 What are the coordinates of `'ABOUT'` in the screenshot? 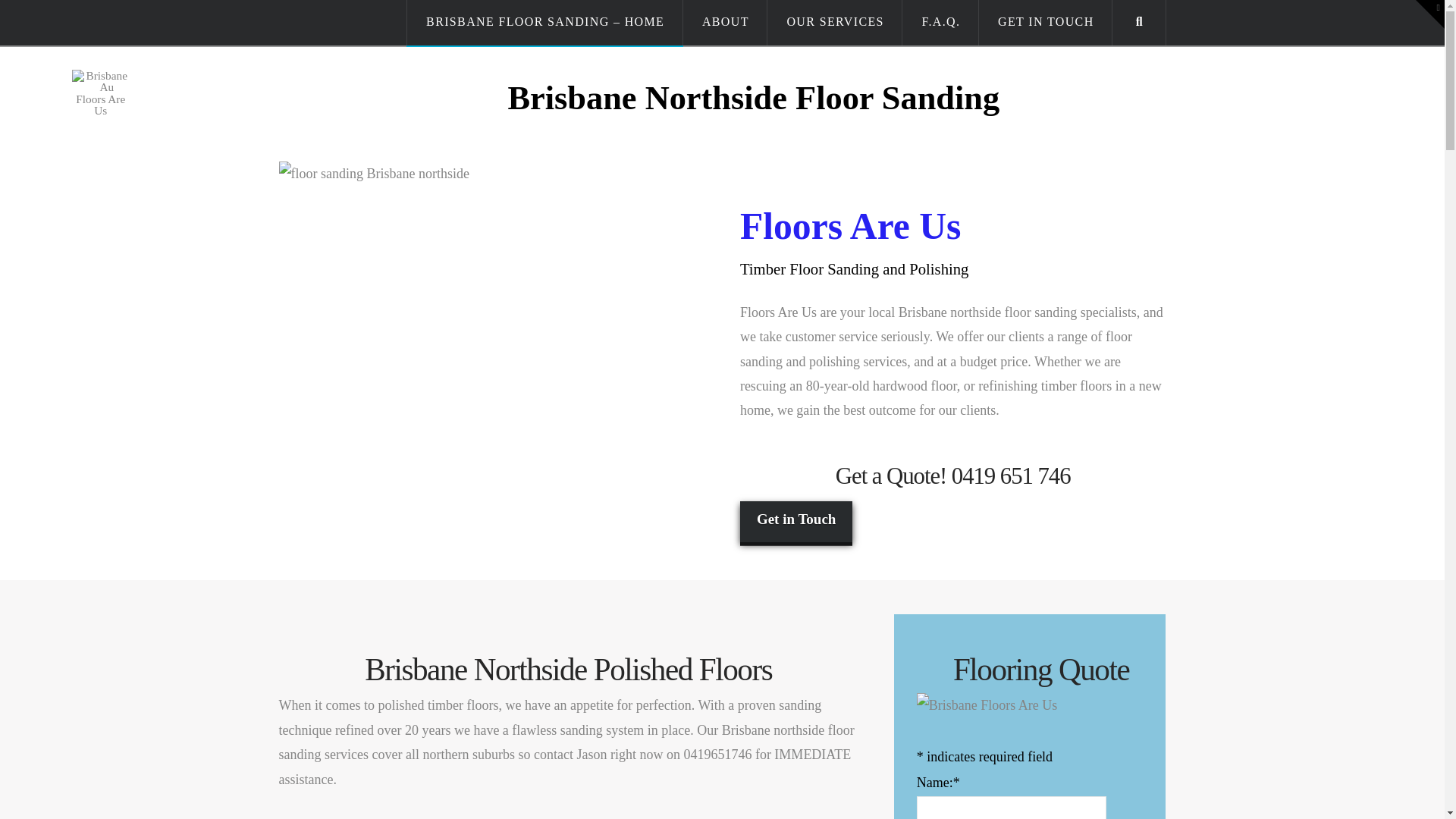 It's located at (724, 23).